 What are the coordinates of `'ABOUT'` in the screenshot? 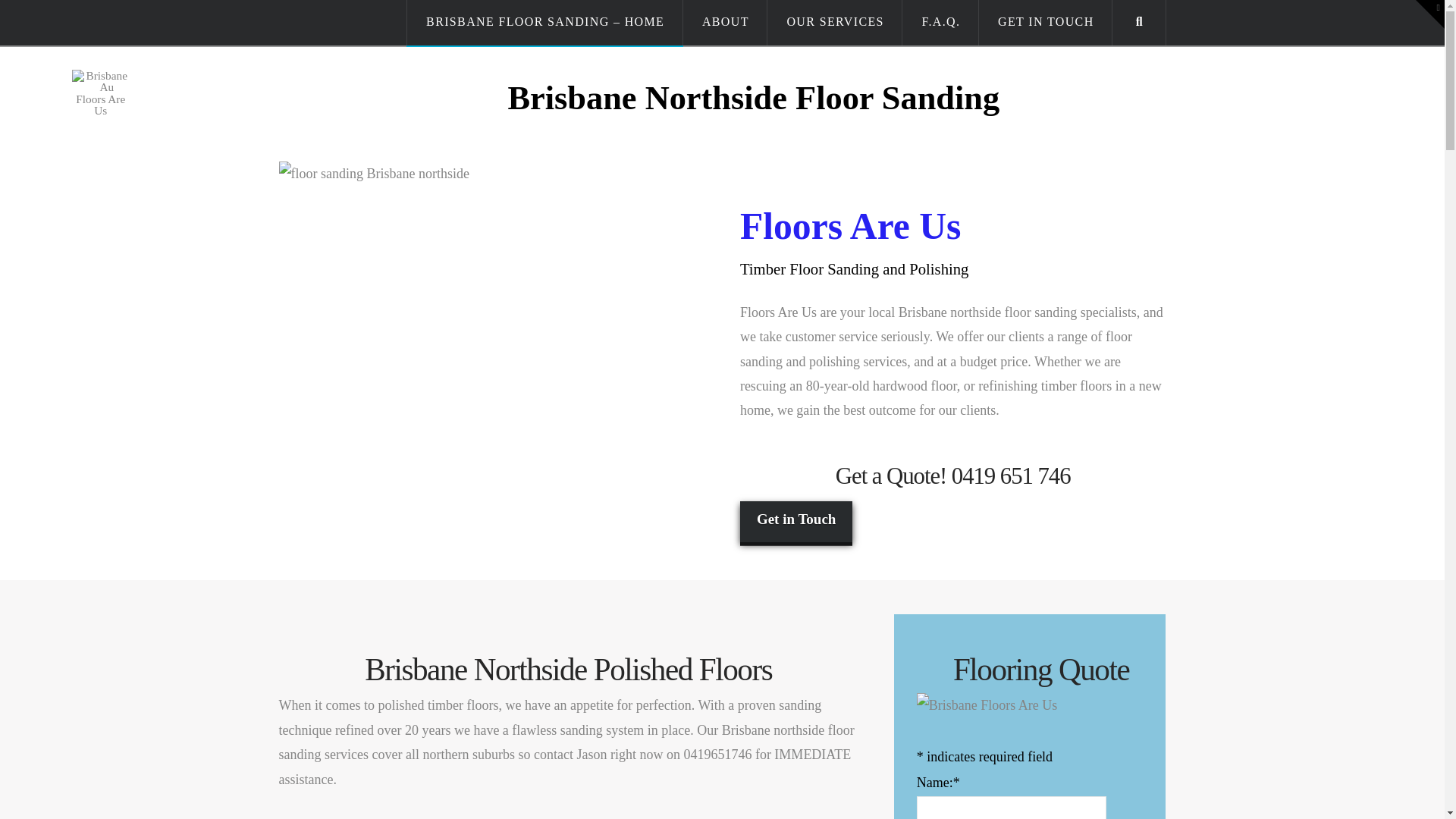 It's located at (724, 23).